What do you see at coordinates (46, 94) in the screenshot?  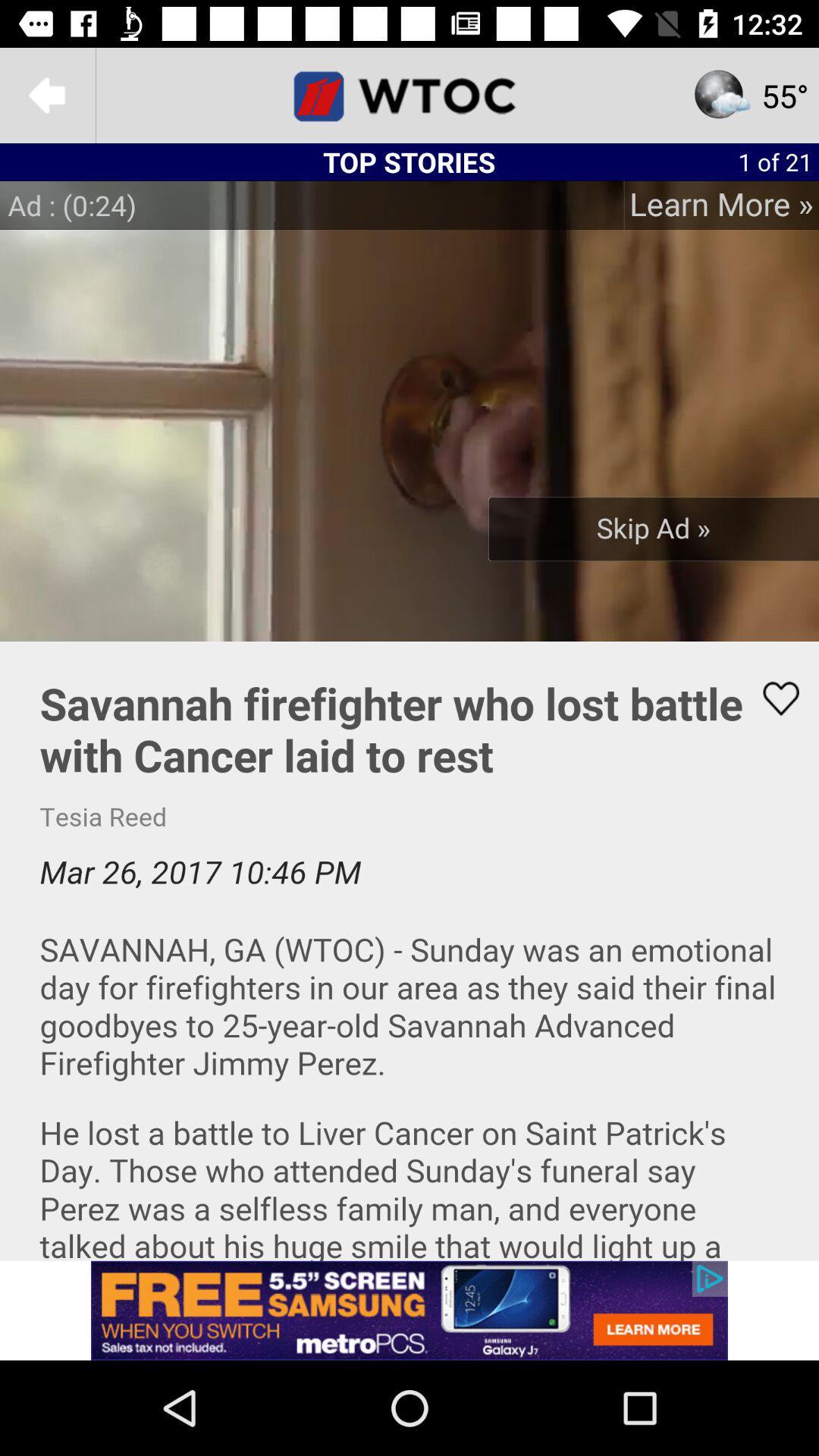 I see `goback` at bounding box center [46, 94].